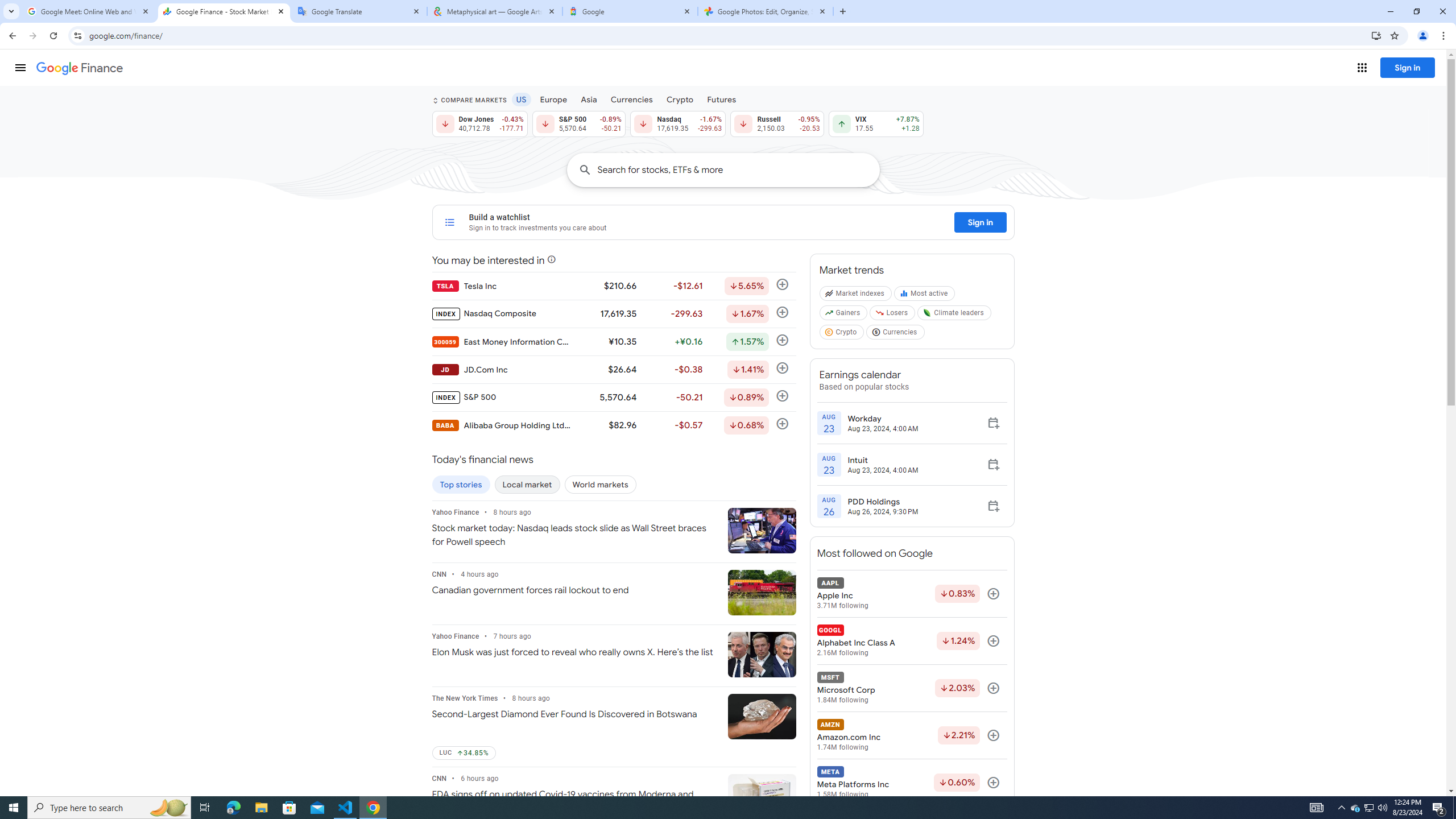 This screenshot has width=1456, height=819. Describe the element at coordinates (521, 98) in the screenshot. I see `'US'` at that location.